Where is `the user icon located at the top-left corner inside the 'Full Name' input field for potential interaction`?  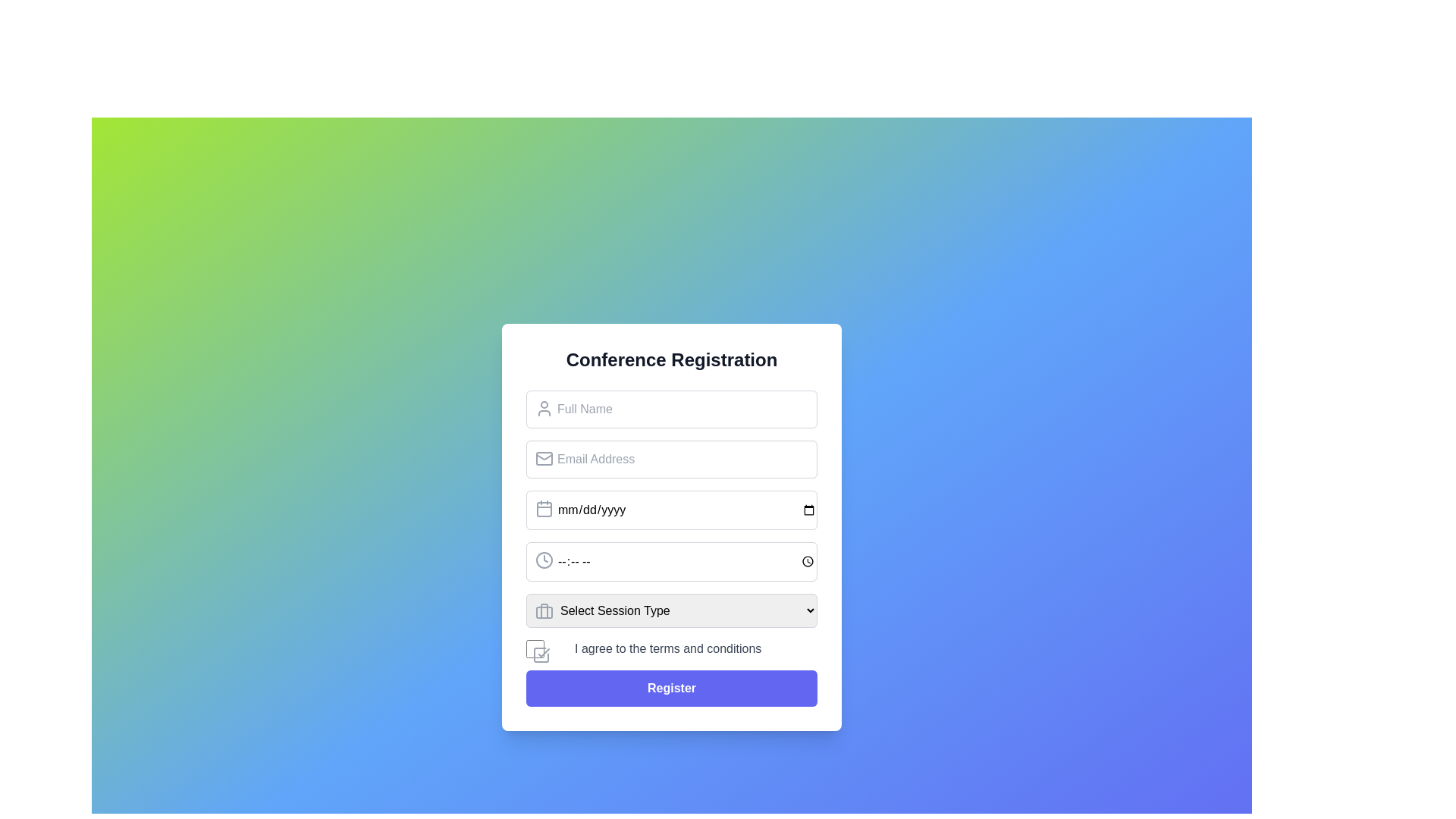 the user icon located at the top-left corner inside the 'Full Name' input field for potential interaction is located at coordinates (544, 407).